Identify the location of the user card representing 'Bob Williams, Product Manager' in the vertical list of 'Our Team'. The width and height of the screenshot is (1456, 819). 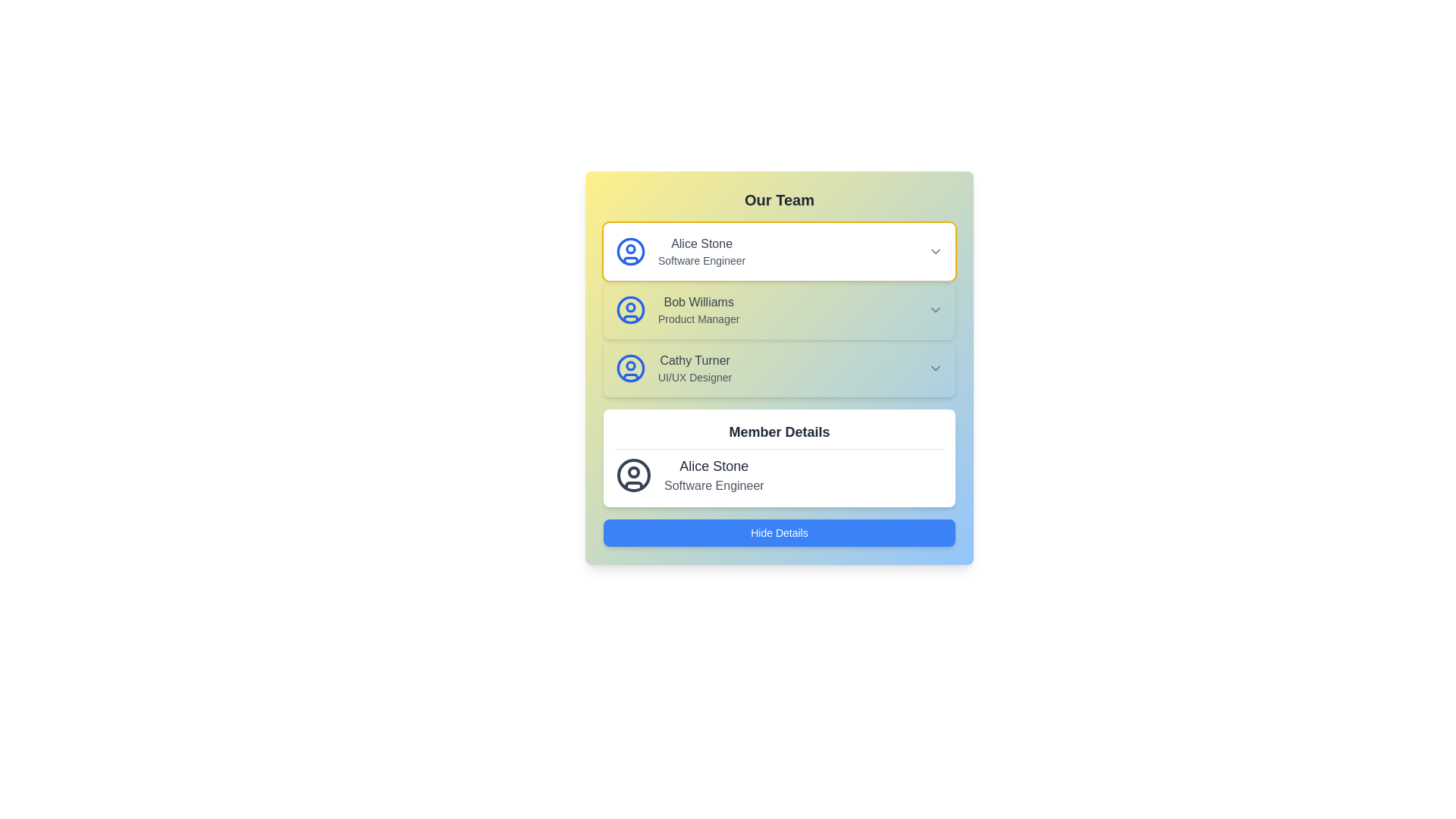
(779, 309).